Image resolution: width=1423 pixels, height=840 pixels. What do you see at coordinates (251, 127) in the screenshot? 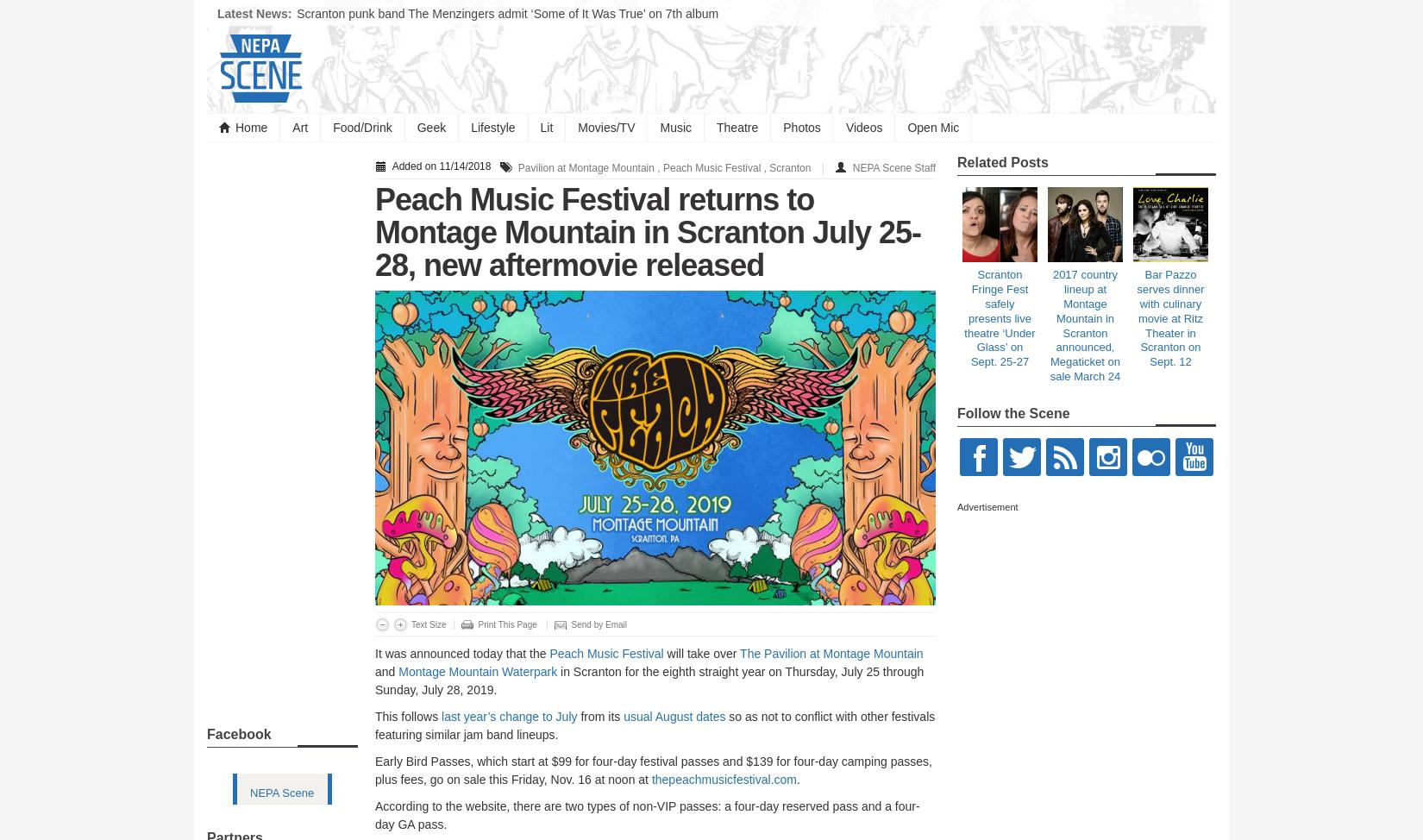
I see `'Home'` at bounding box center [251, 127].